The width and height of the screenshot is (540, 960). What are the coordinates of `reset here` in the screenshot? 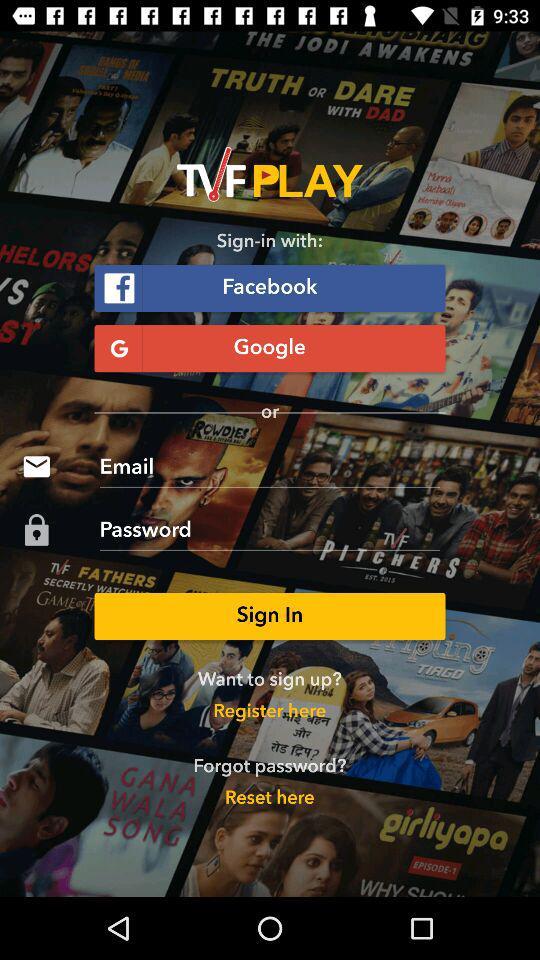 It's located at (270, 799).